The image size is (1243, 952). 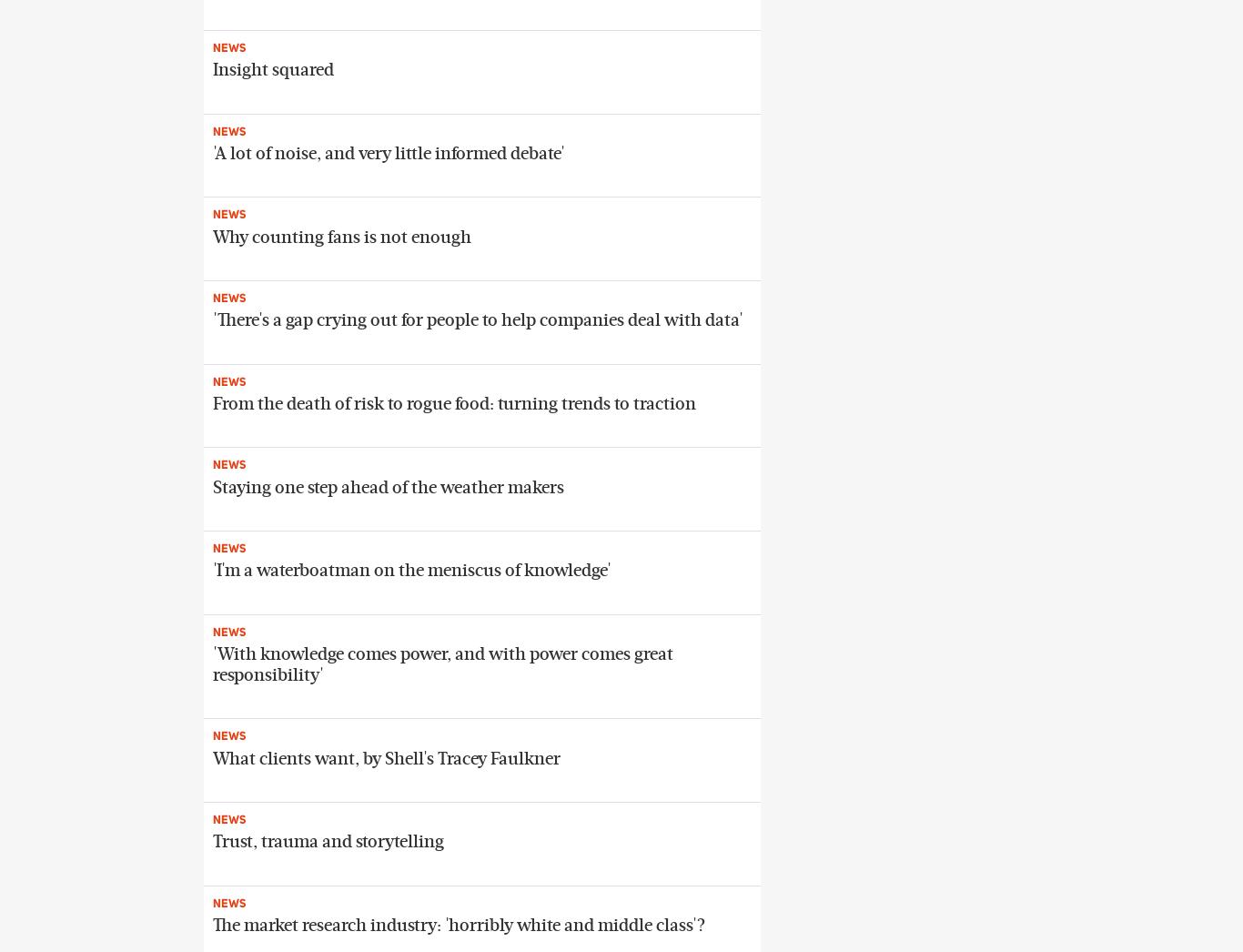 What do you see at coordinates (410, 571) in the screenshot?
I see `''I'm a waterboatman on the meniscus of knowledge''` at bounding box center [410, 571].